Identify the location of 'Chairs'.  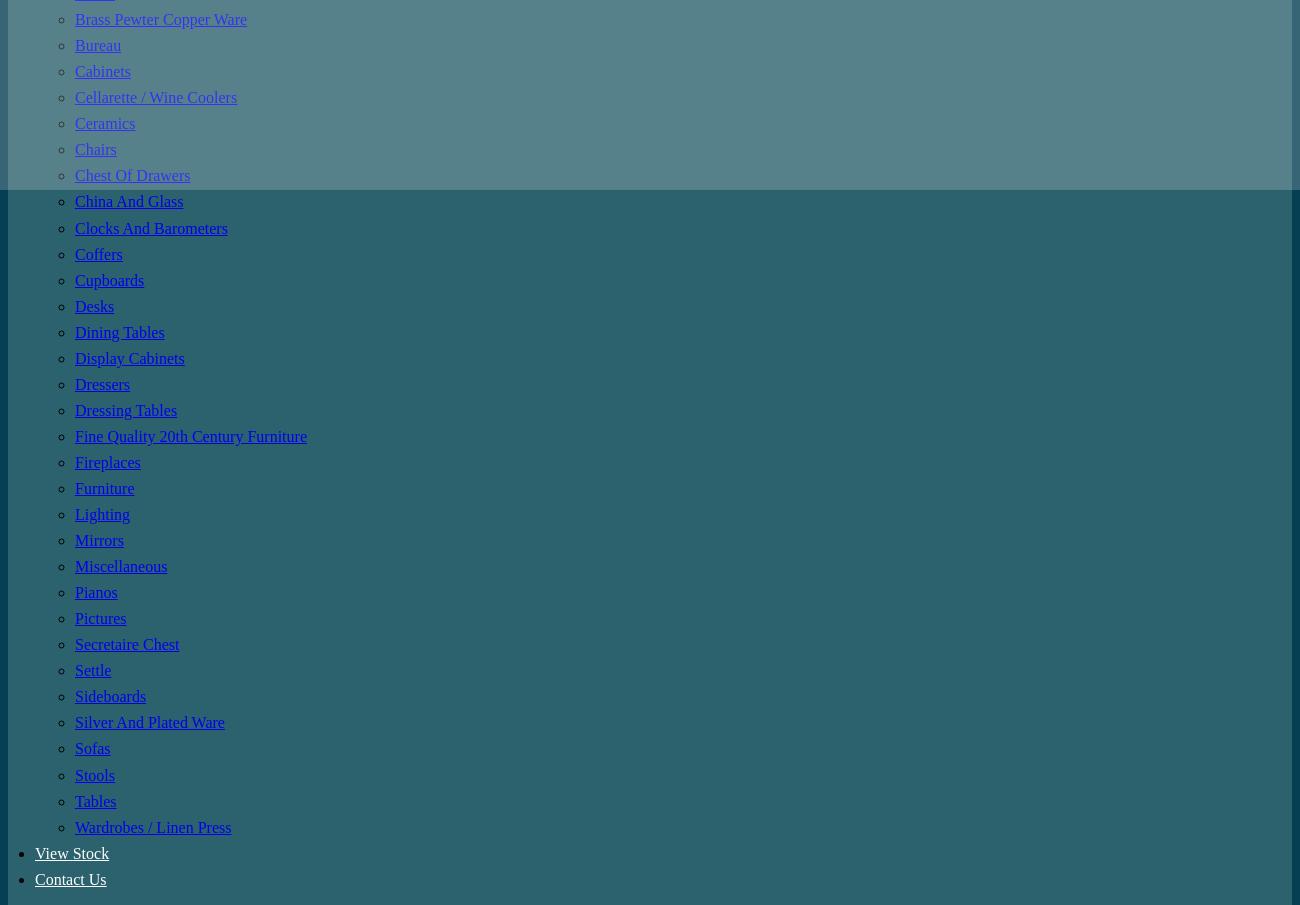
(95, 148).